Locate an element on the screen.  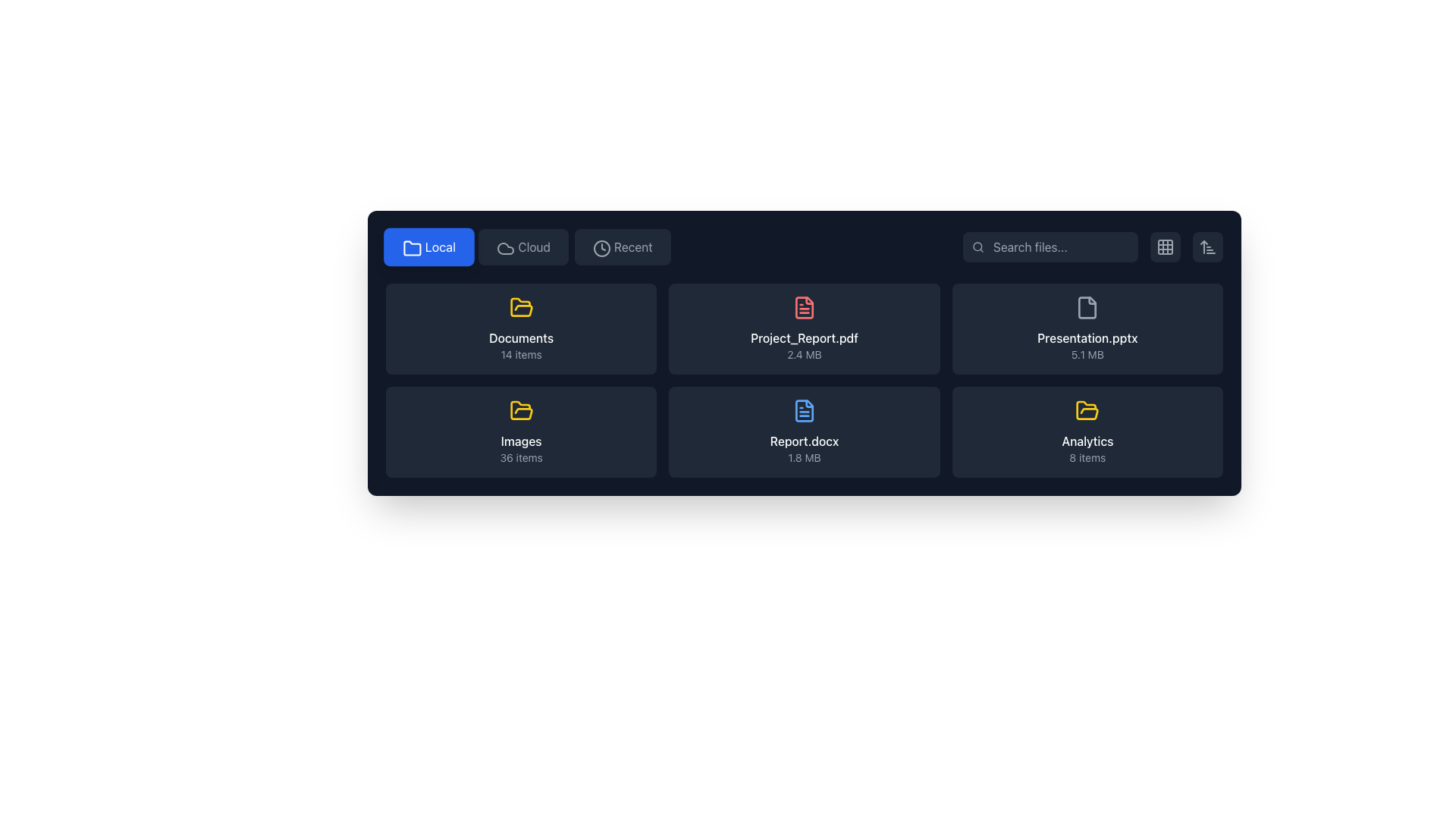
the search icon located at the top right of the interface, which denotes the search functionality of the input field is located at coordinates (978, 246).